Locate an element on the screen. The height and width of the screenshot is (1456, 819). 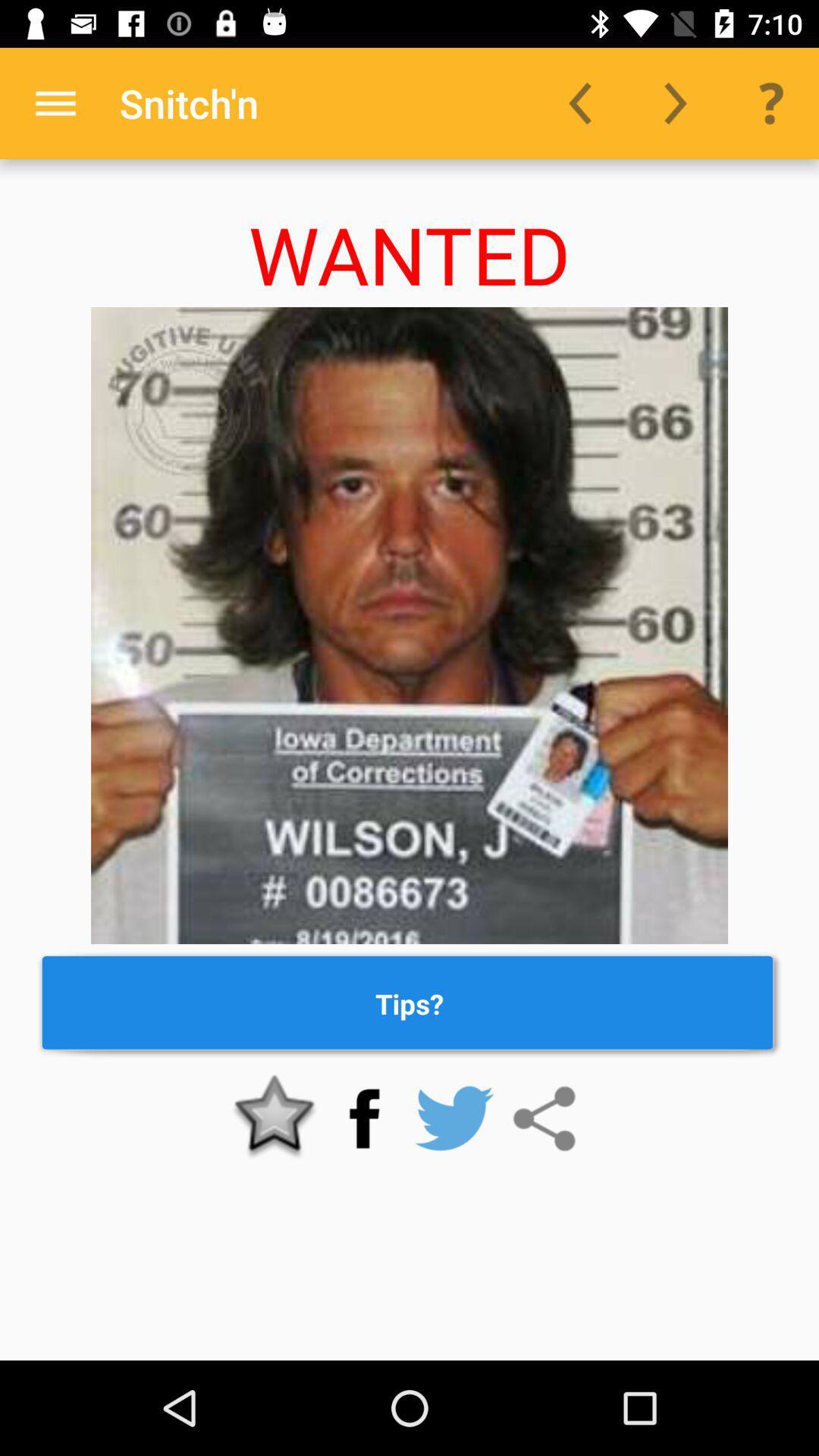
to favorites is located at coordinates (275, 1119).